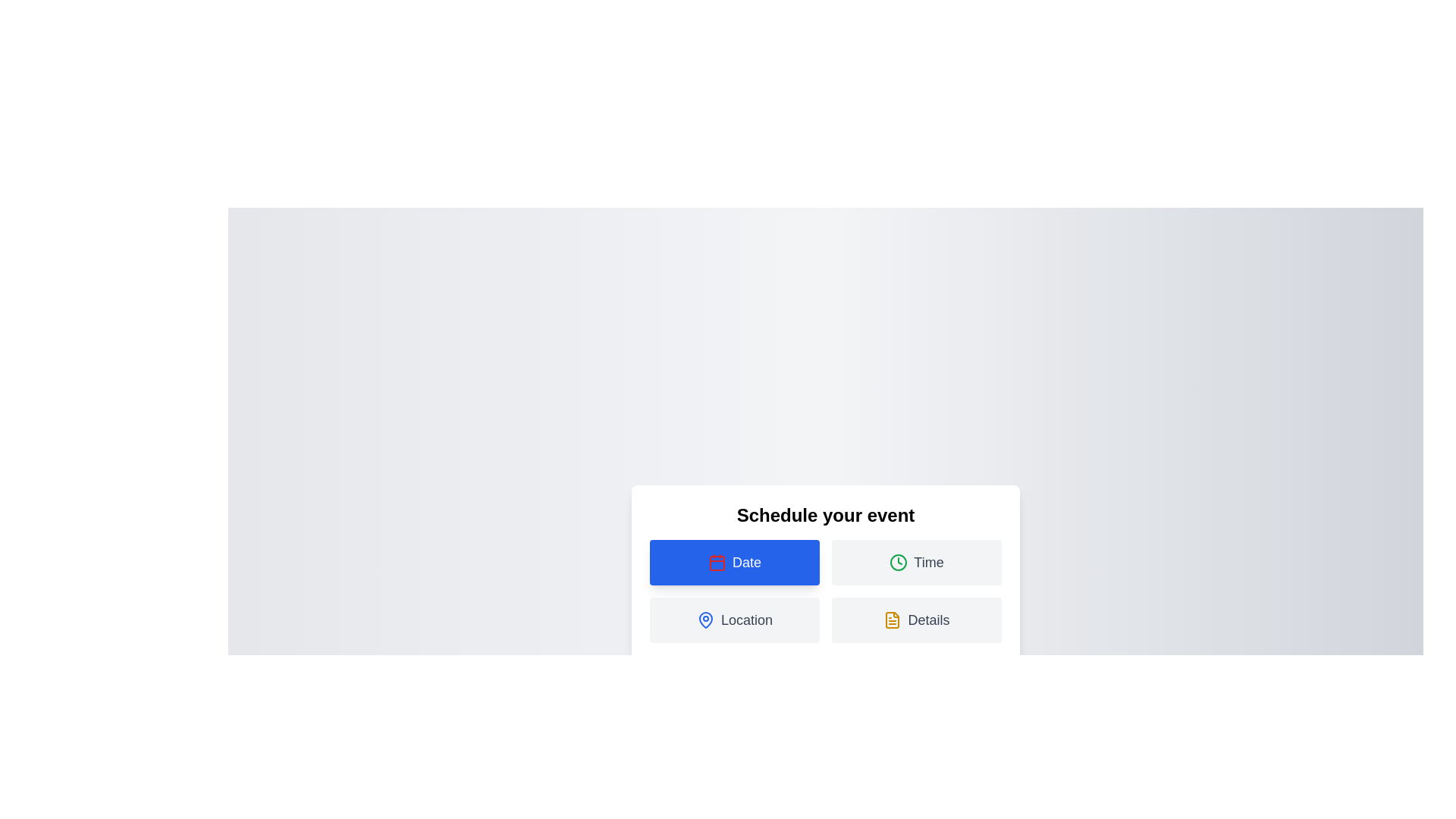 The height and width of the screenshot is (819, 1456). Describe the element at coordinates (716, 562) in the screenshot. I see `the 'Date' selection icon, which is the first visual component inside the blue 'Date' button located in the top-left quadrant of the four-button layout` at that location.